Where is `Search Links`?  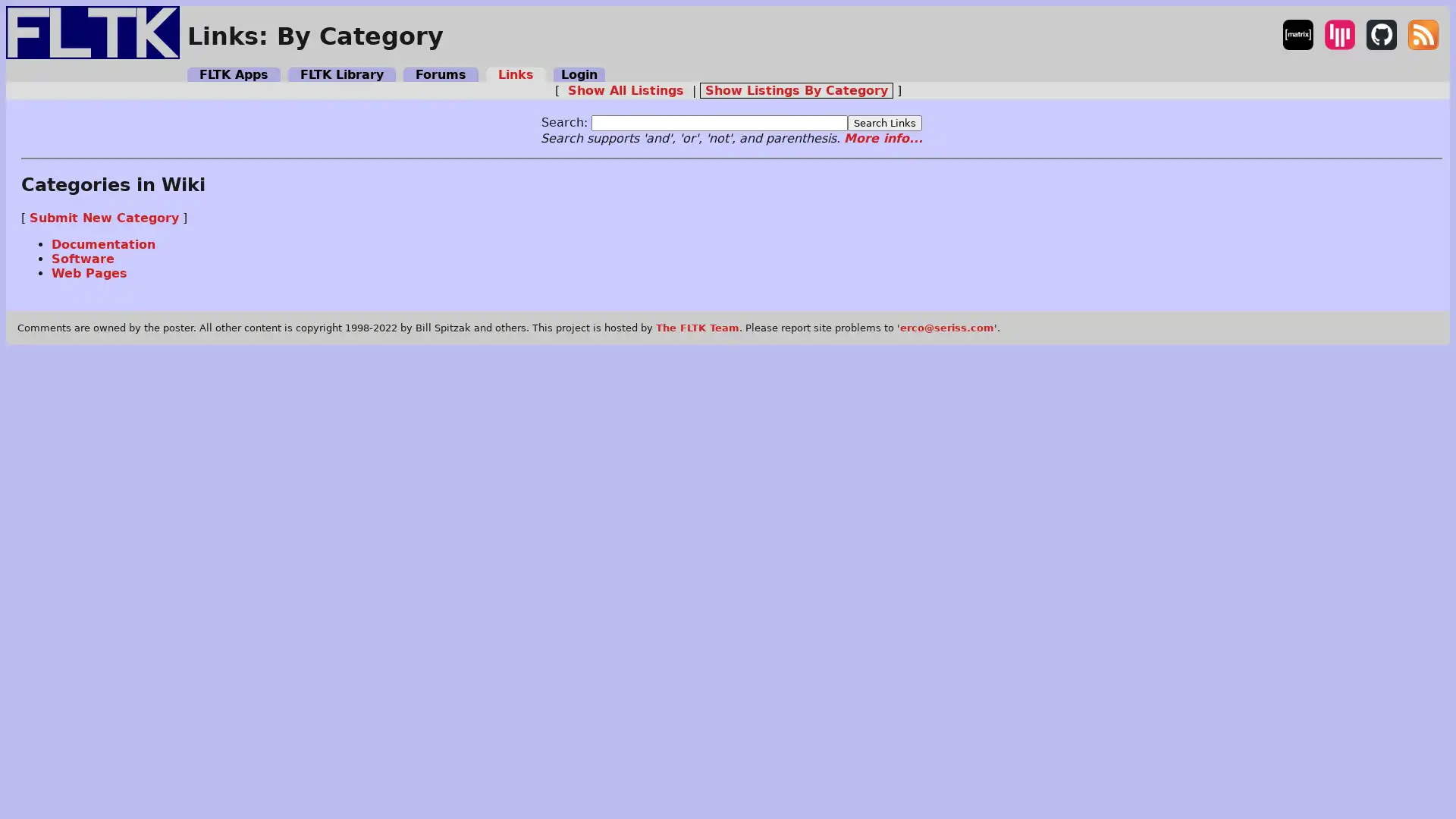
Search Links is located at coordinates (884, 121).